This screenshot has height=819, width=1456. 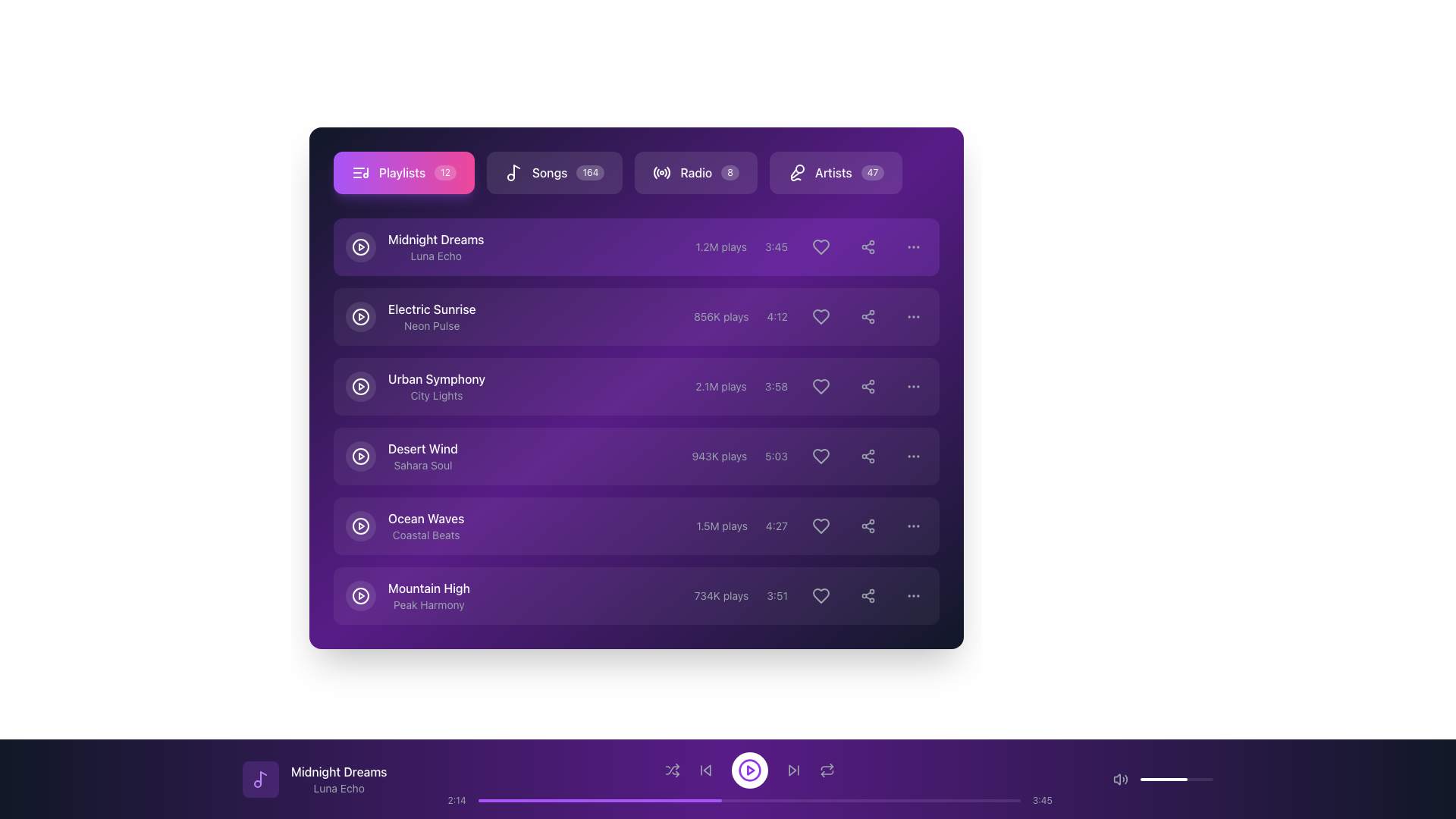 What do you see at coordinates (879, 800) in the screenshot?
I see `playback time` at bounding box center [879, 800].